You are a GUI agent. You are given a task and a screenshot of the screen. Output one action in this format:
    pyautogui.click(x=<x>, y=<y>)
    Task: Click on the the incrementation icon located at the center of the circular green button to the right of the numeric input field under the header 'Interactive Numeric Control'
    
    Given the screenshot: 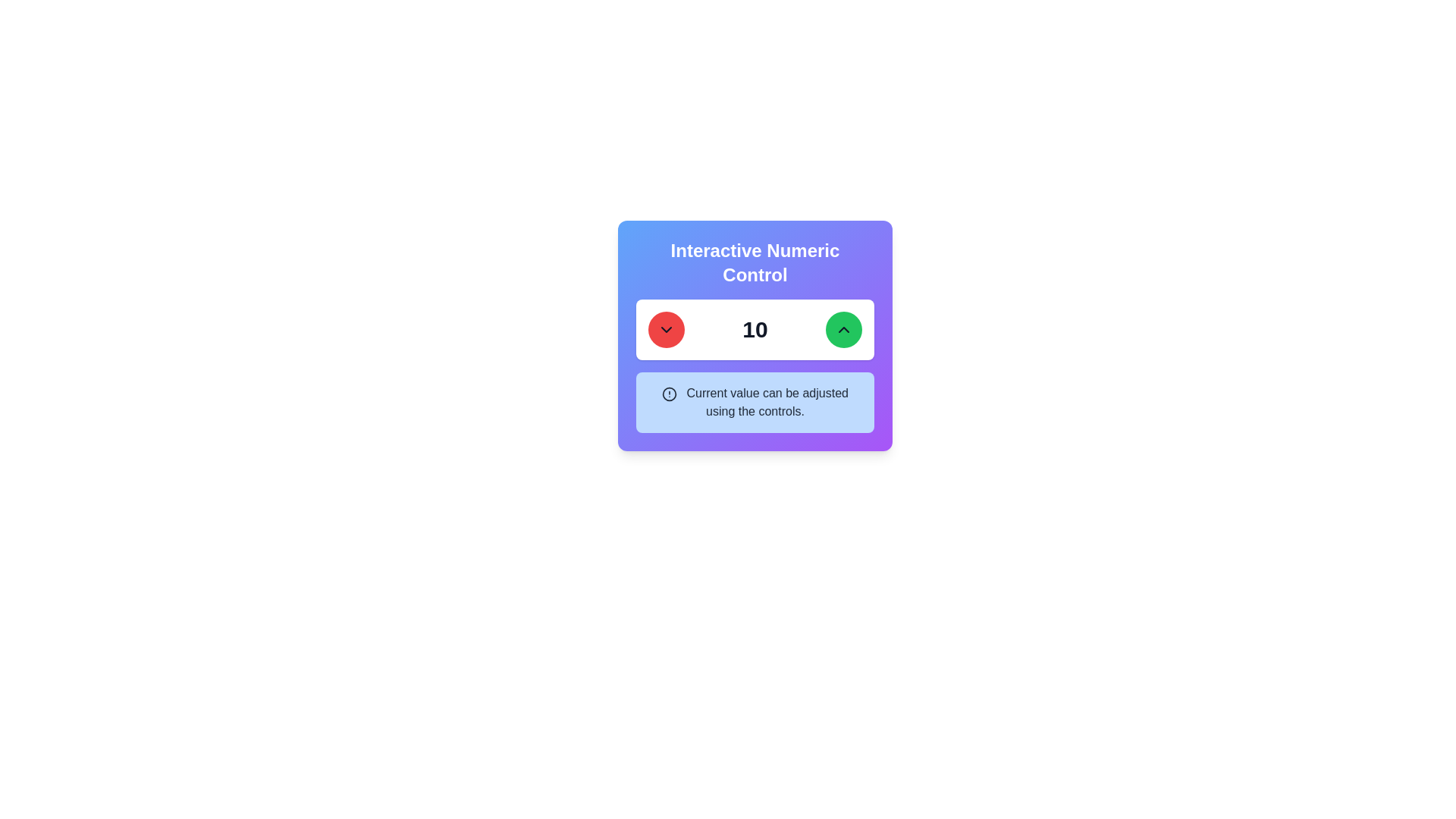 What is the action you would take?
    pyautogui.click(x=843, y=329)
    